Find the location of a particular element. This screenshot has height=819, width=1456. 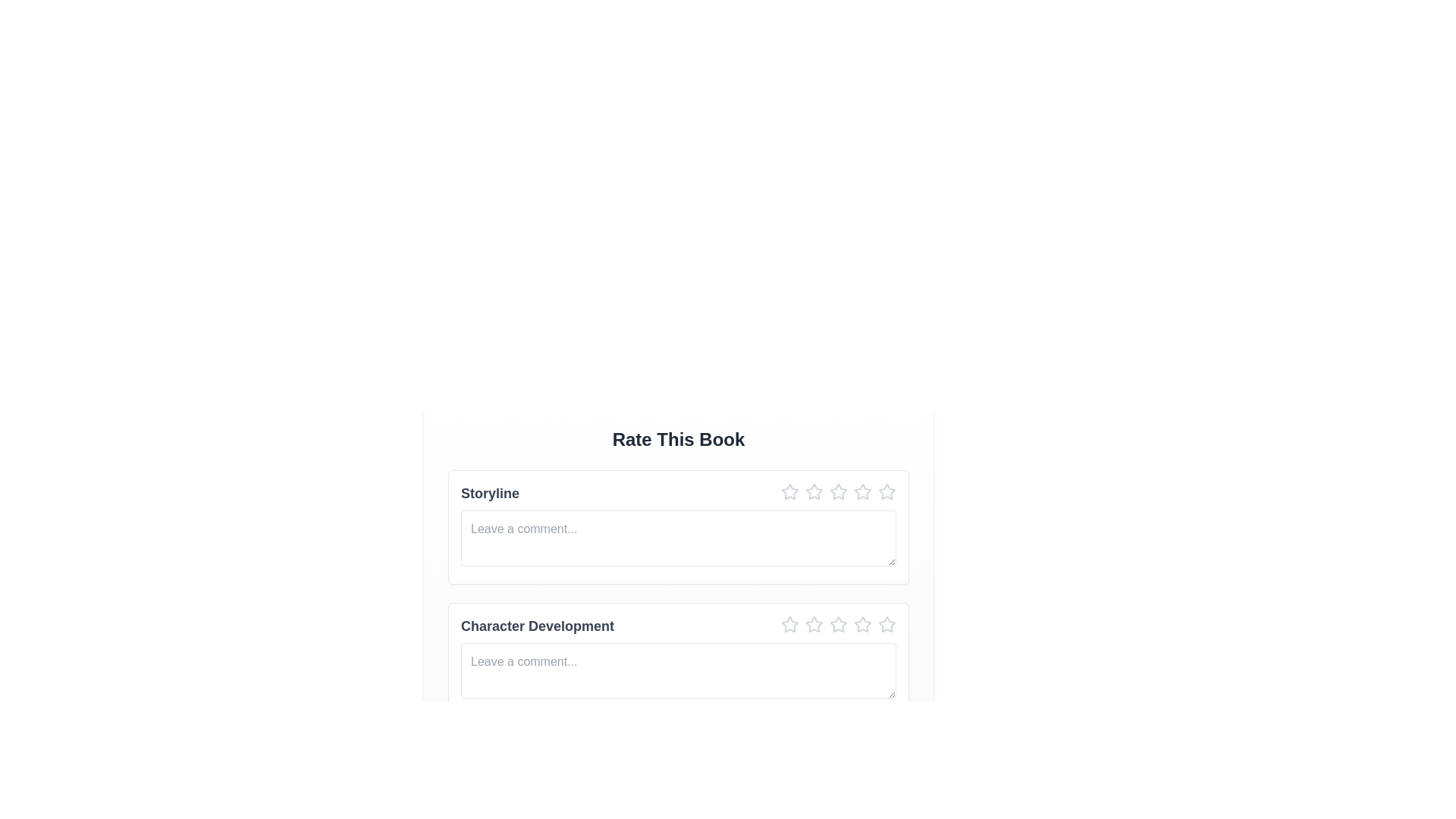

the fifth star icon in the horizontal series of rating stars located in the 'Storyline' section under 'Rate This Book' is located at coordinates (837, 491).